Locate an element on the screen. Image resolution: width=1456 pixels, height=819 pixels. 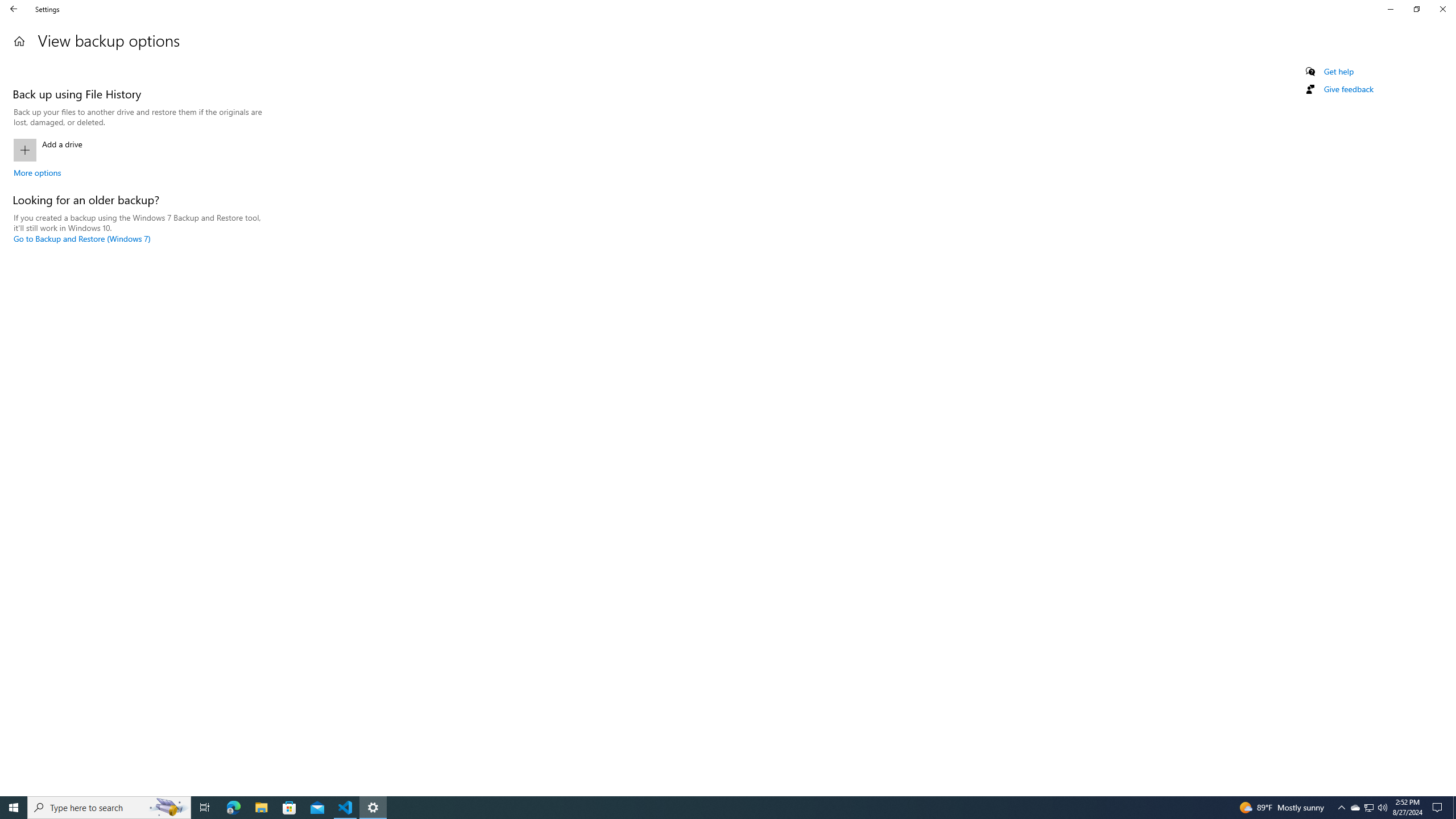
'More options' is located at coordinates (37, 172).